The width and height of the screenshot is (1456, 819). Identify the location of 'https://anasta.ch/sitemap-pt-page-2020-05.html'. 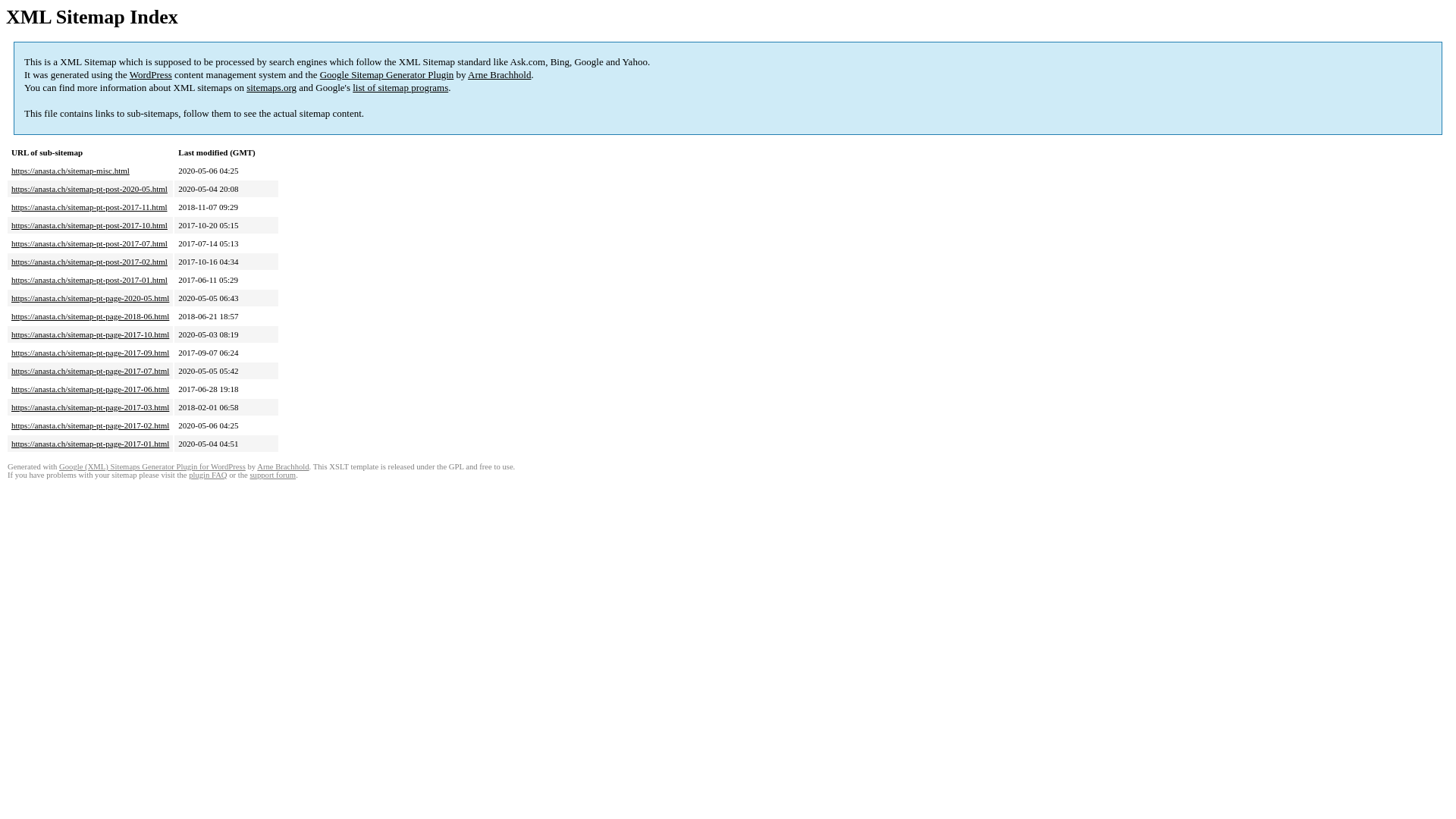
(11, 298).